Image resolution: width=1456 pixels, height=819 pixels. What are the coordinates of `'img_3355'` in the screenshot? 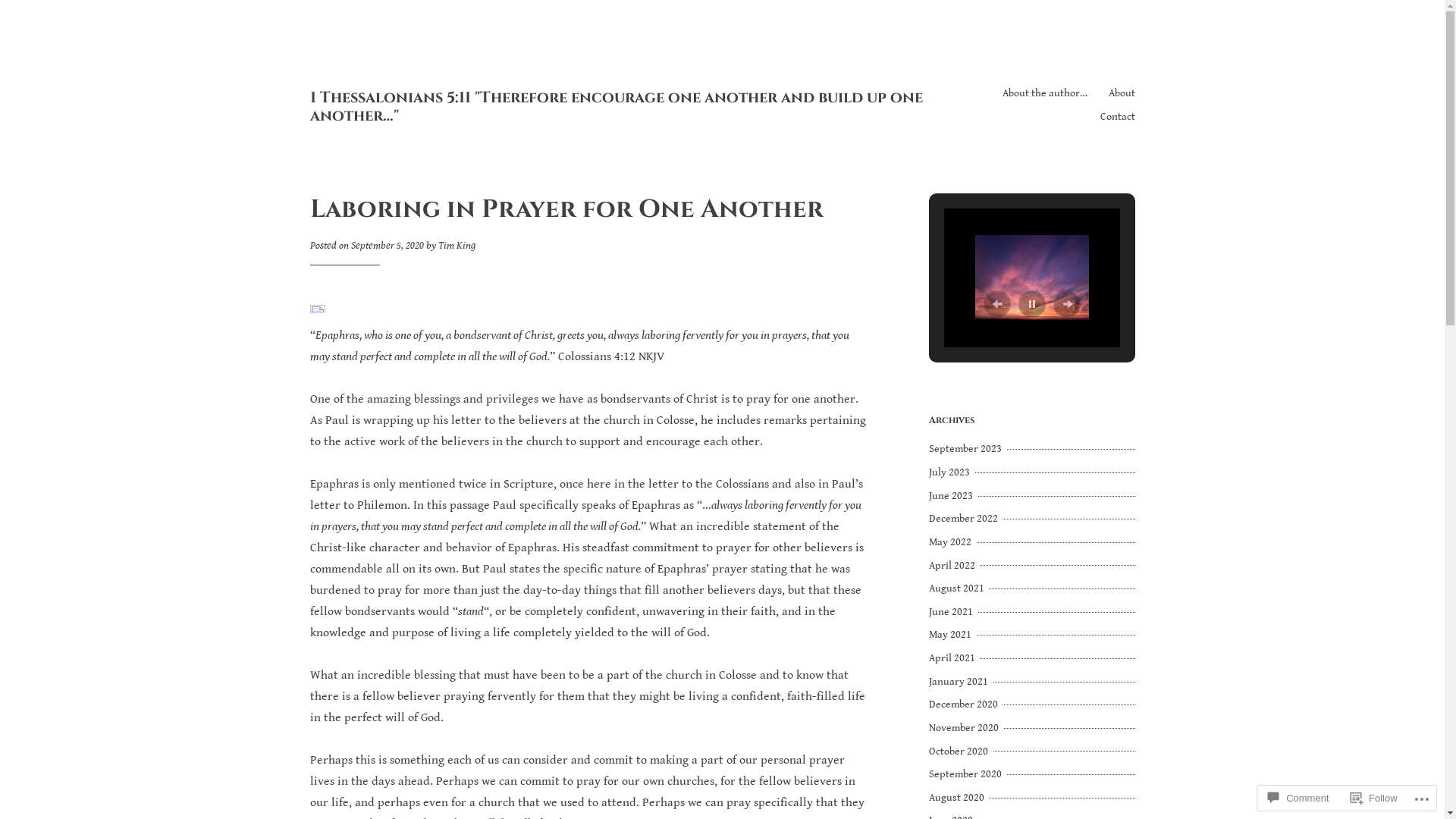 It's located at (1031, 278).